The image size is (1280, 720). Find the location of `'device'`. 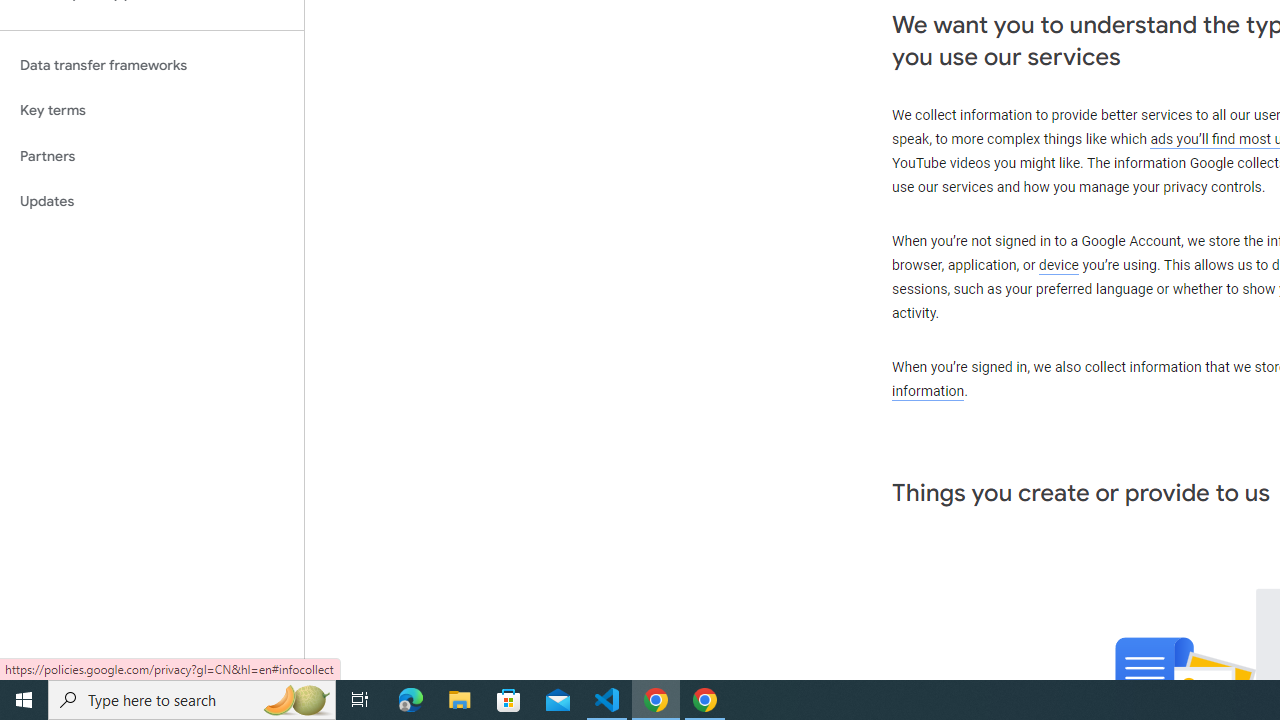

'device' is located at coordinates (1058, 264).